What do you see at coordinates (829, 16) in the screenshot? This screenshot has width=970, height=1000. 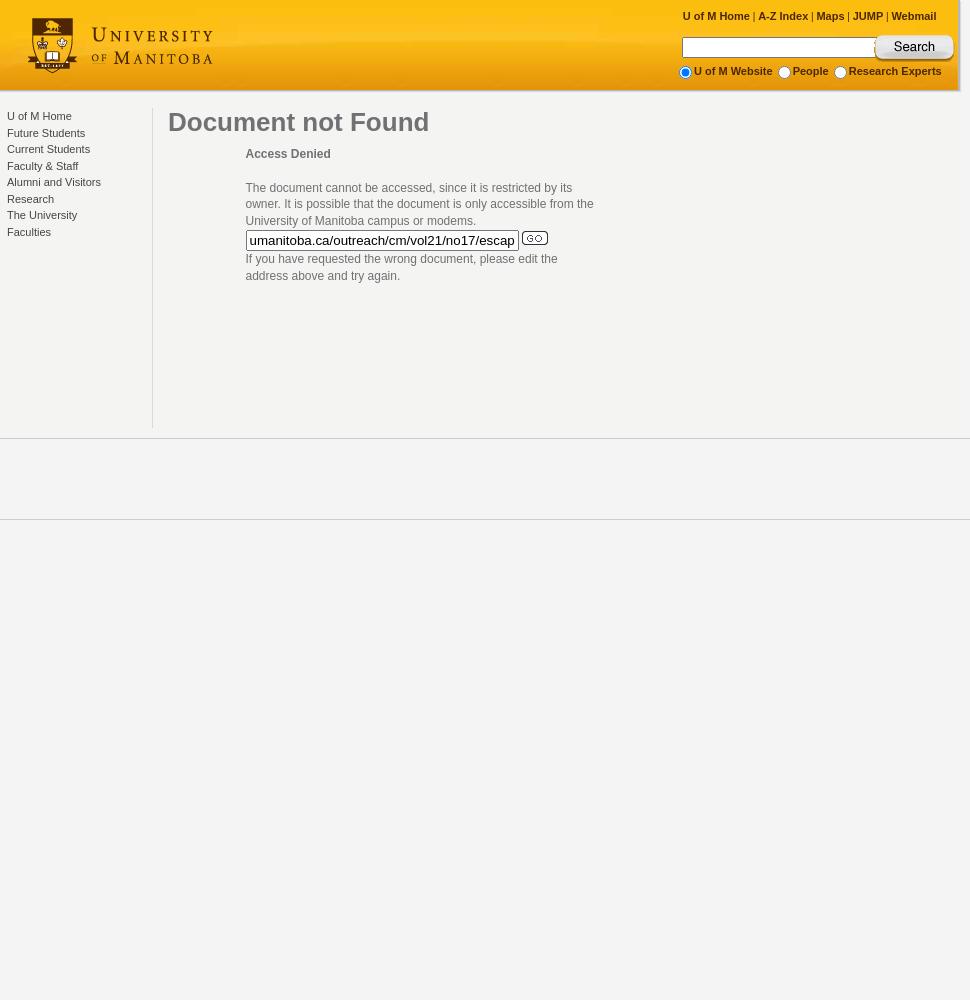 I see `'Maps'` at bounding box center [829, 16].